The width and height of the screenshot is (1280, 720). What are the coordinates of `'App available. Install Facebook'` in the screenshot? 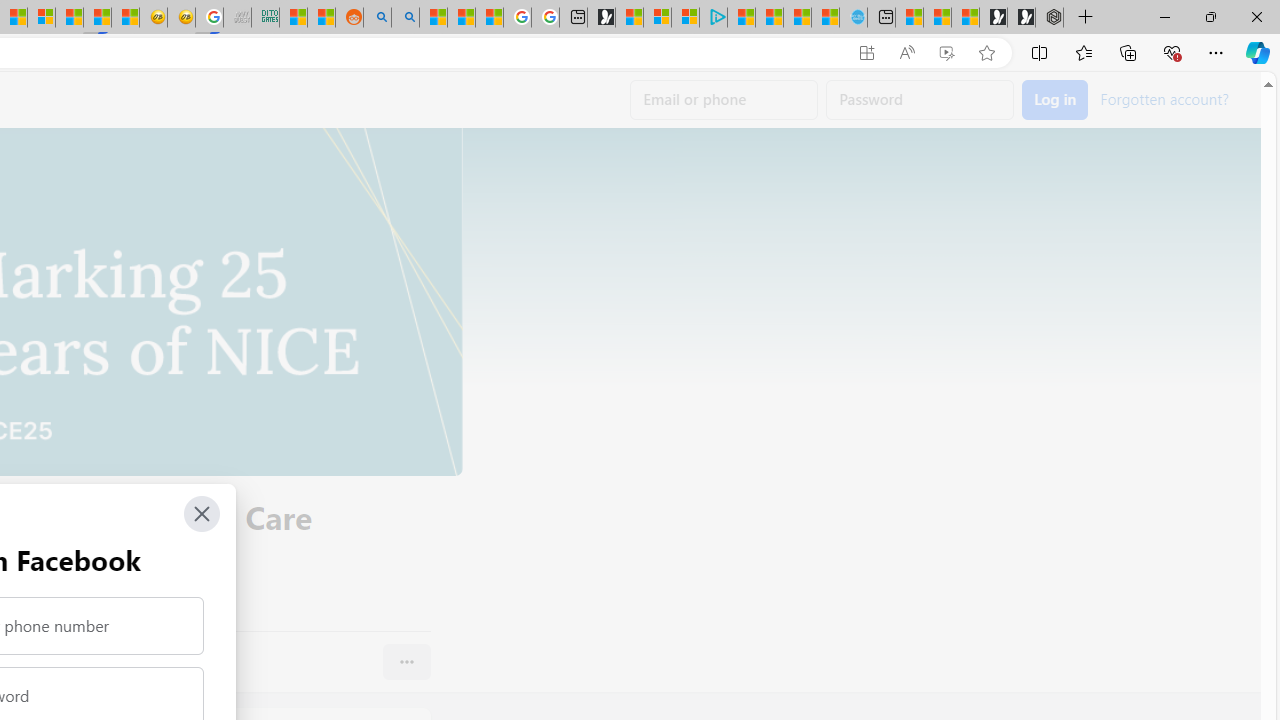 It's located at (867, 52).